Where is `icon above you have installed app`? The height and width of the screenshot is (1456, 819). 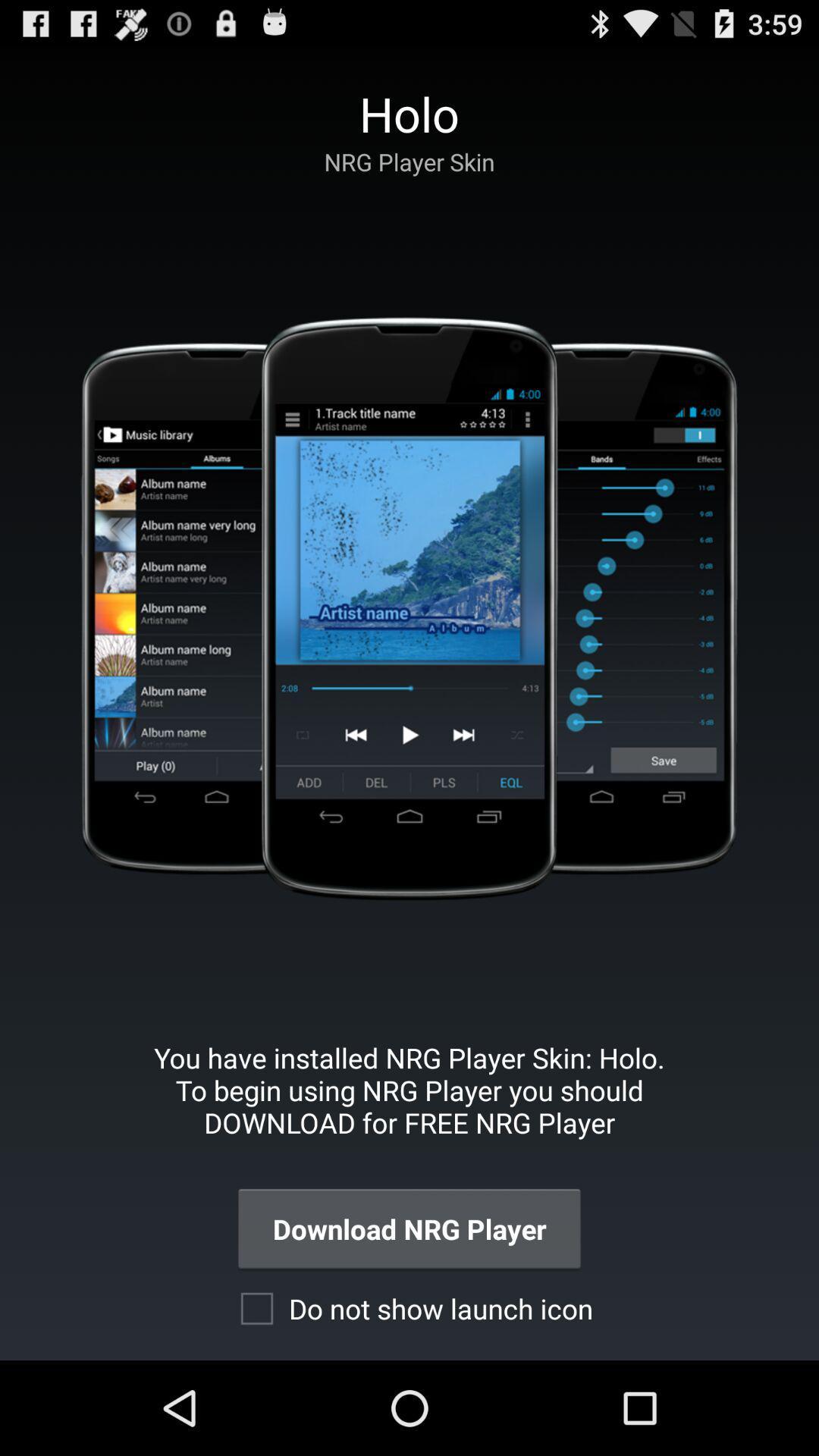
icon above you have installed app is located at coordinates (408, 608).